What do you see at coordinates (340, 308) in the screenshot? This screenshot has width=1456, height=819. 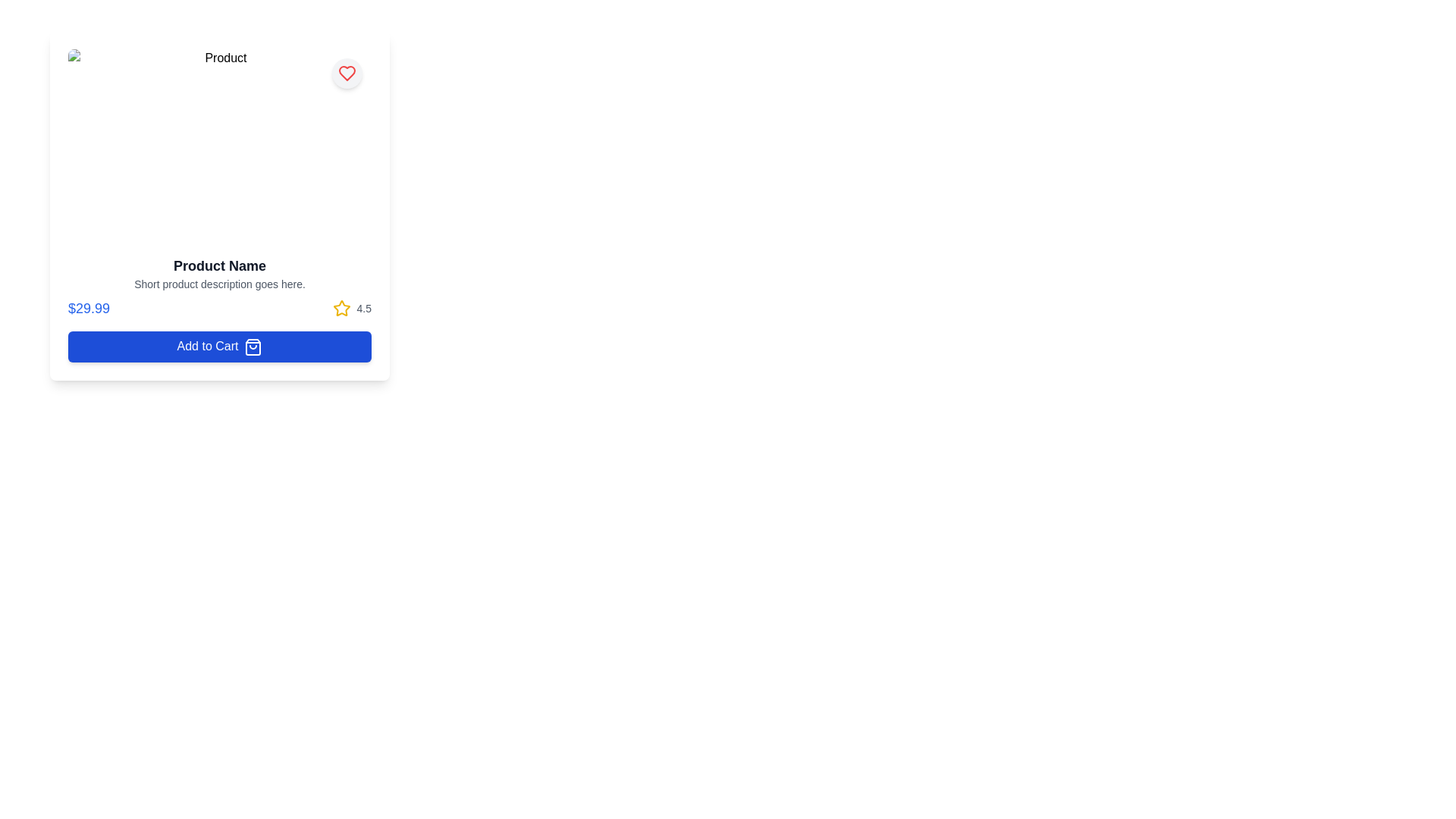 I see `the star icon representing the rating in the product card, located to the left of the numerical label '4.5'` at bounding box center [340, 308].